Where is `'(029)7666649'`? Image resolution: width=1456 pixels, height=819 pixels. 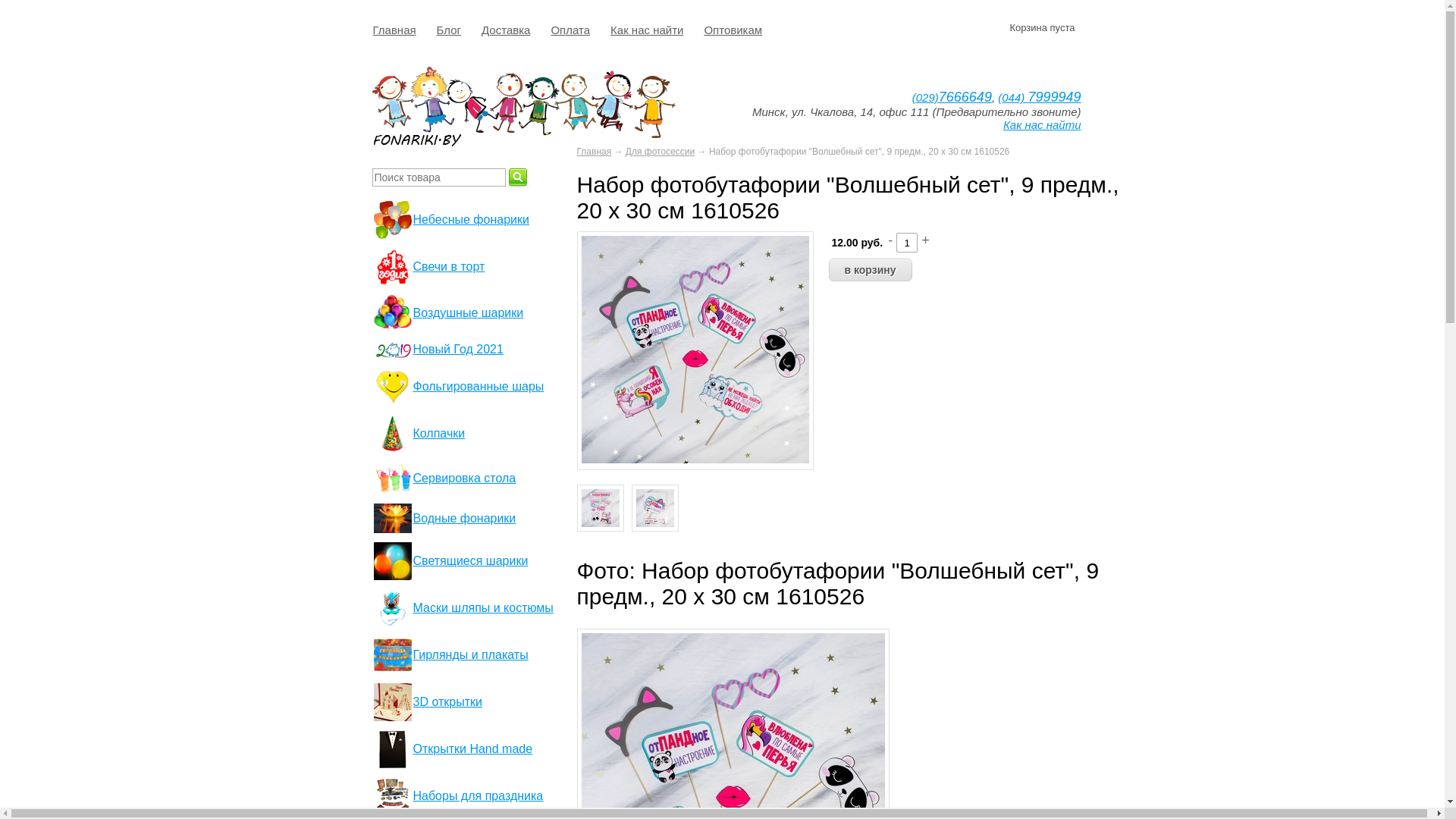
'(029)7666649' is located at coordinates (951, 97).